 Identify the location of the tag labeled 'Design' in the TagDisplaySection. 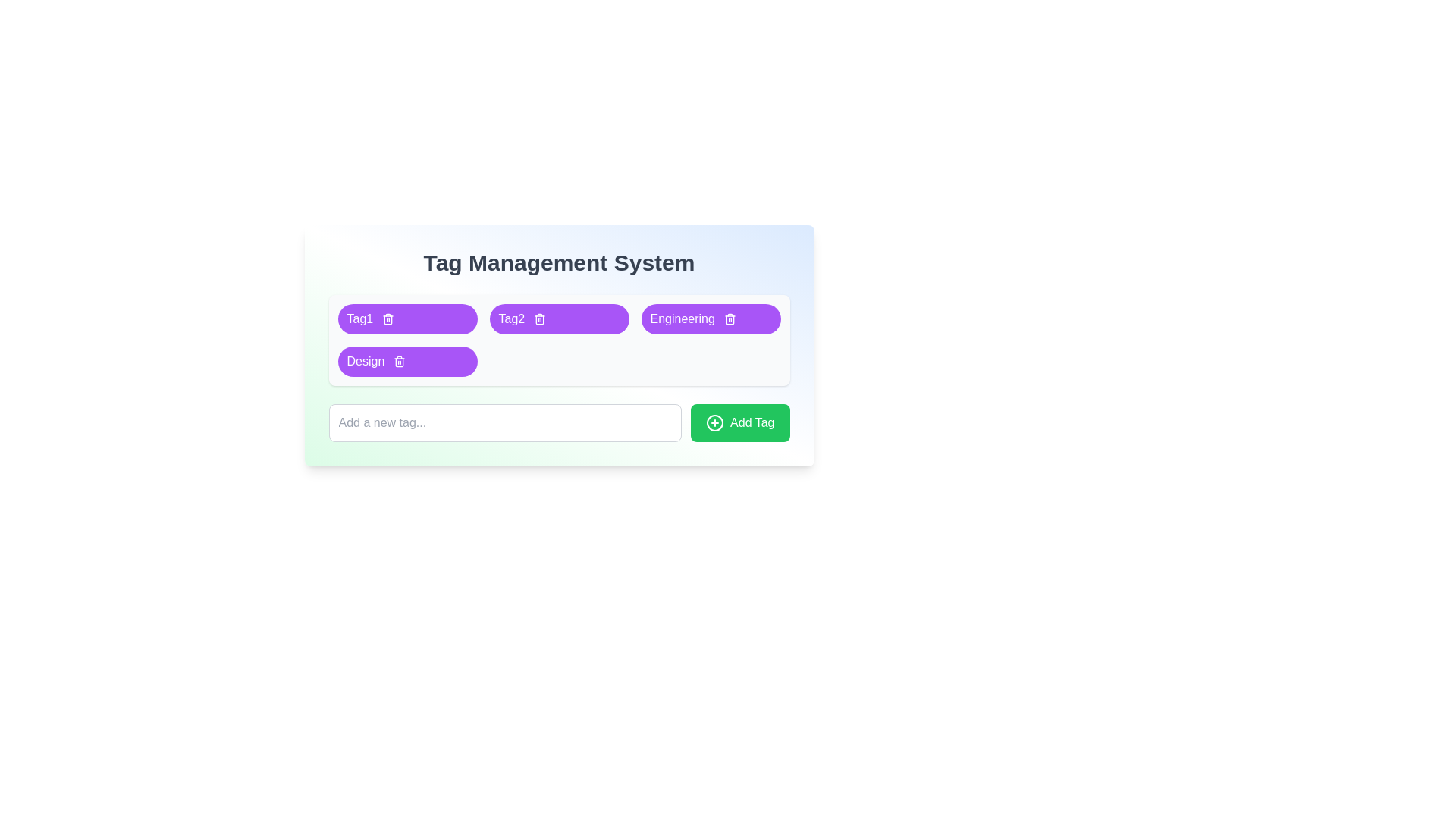
(407, 362).